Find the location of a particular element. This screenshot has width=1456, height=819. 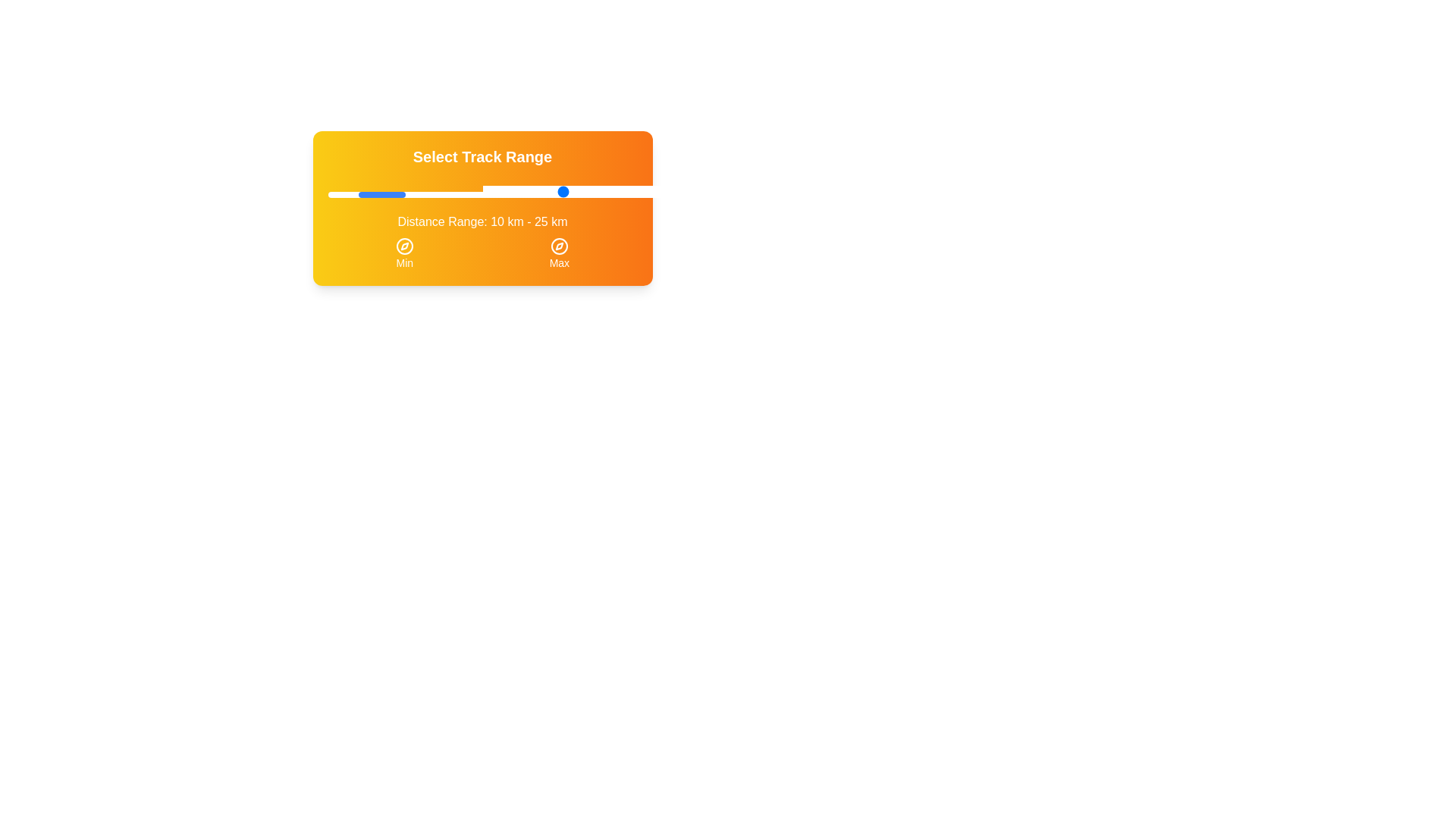

the range slider's value is located at coordinates (547, 194).